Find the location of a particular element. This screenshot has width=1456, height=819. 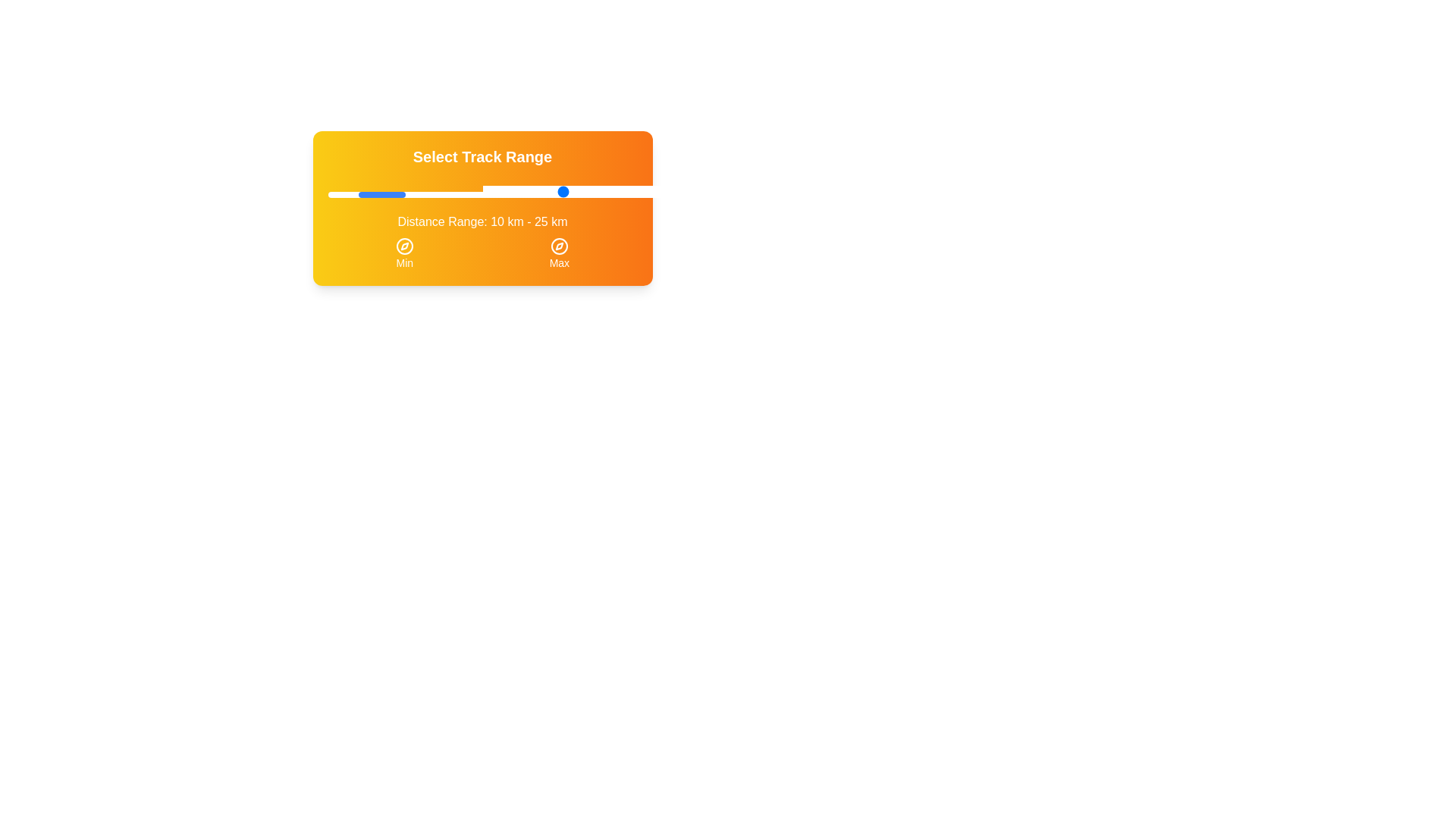

the range slider's value is located at coordinates (547, 194).